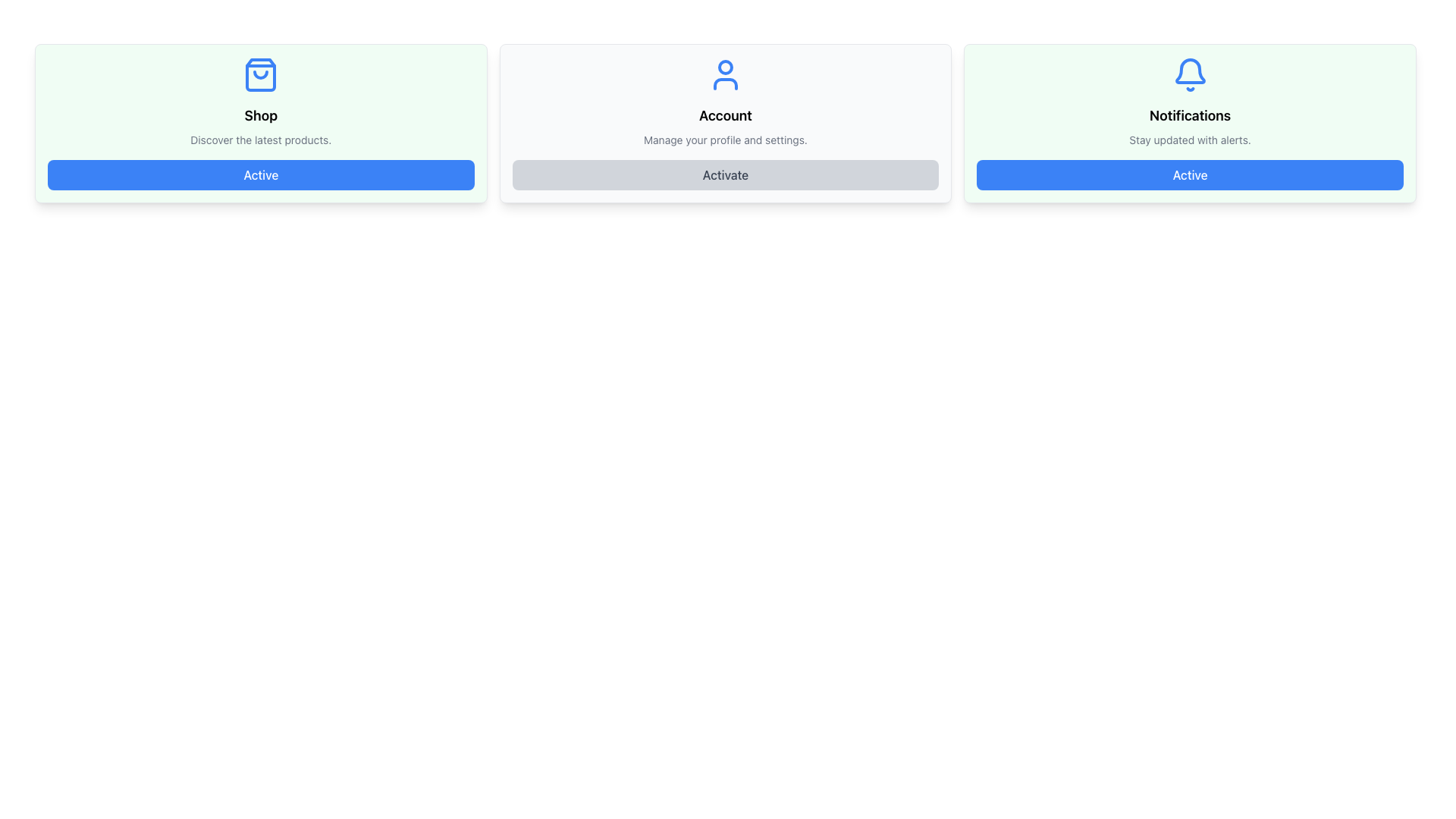 The width and height of the screenshot is (1456, 819). I want to click on the 'Activate' button, a rectangular button with rounded corners and a gray background, located at the bottom of the 'Account' card, so click(724, 174).